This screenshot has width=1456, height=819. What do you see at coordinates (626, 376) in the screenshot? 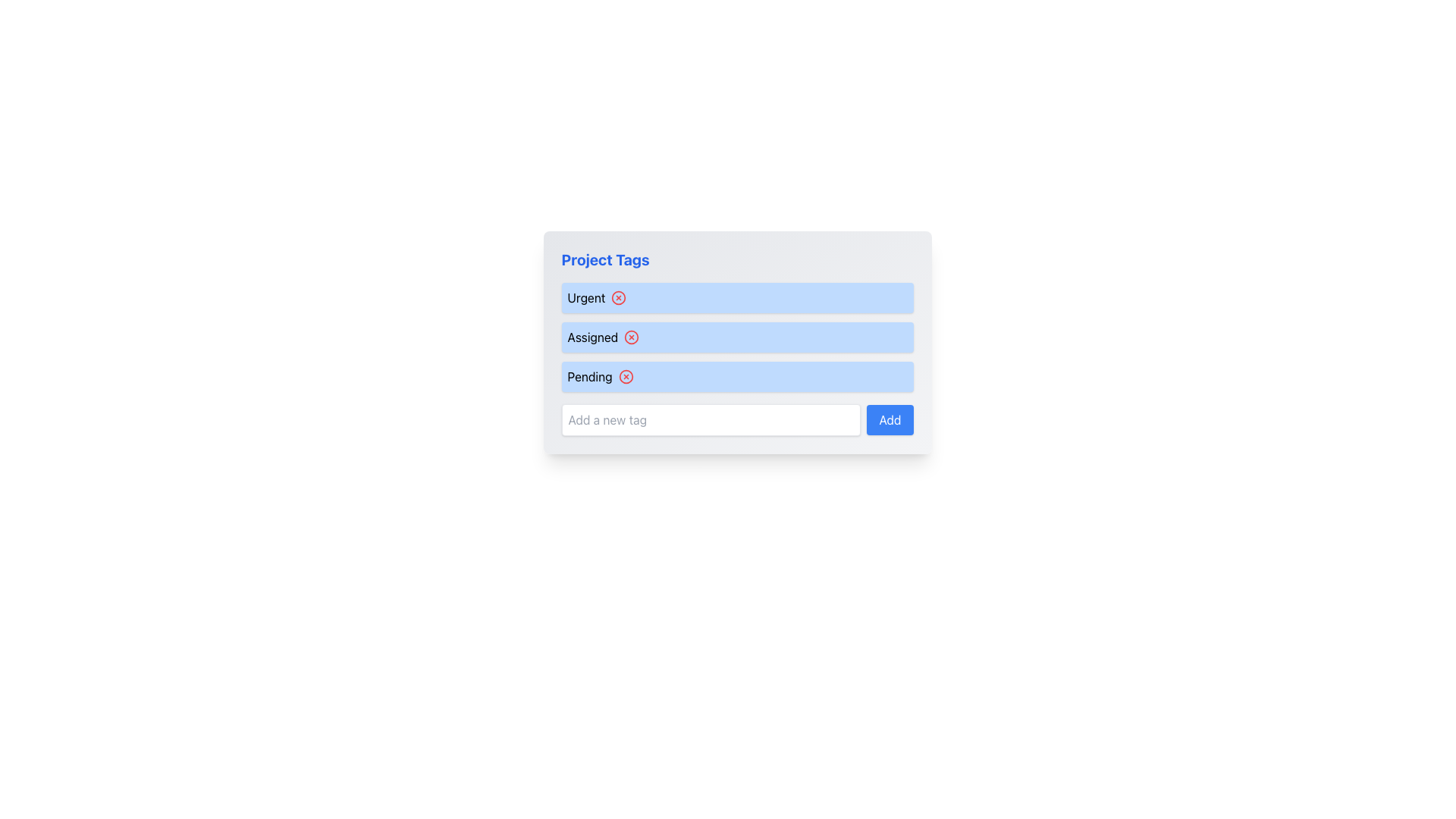
I see `the delete button located in the third row of the list under the header 'Project Tags', aligned to the right of the text 'Pending'` at bounding box center [626, 376].